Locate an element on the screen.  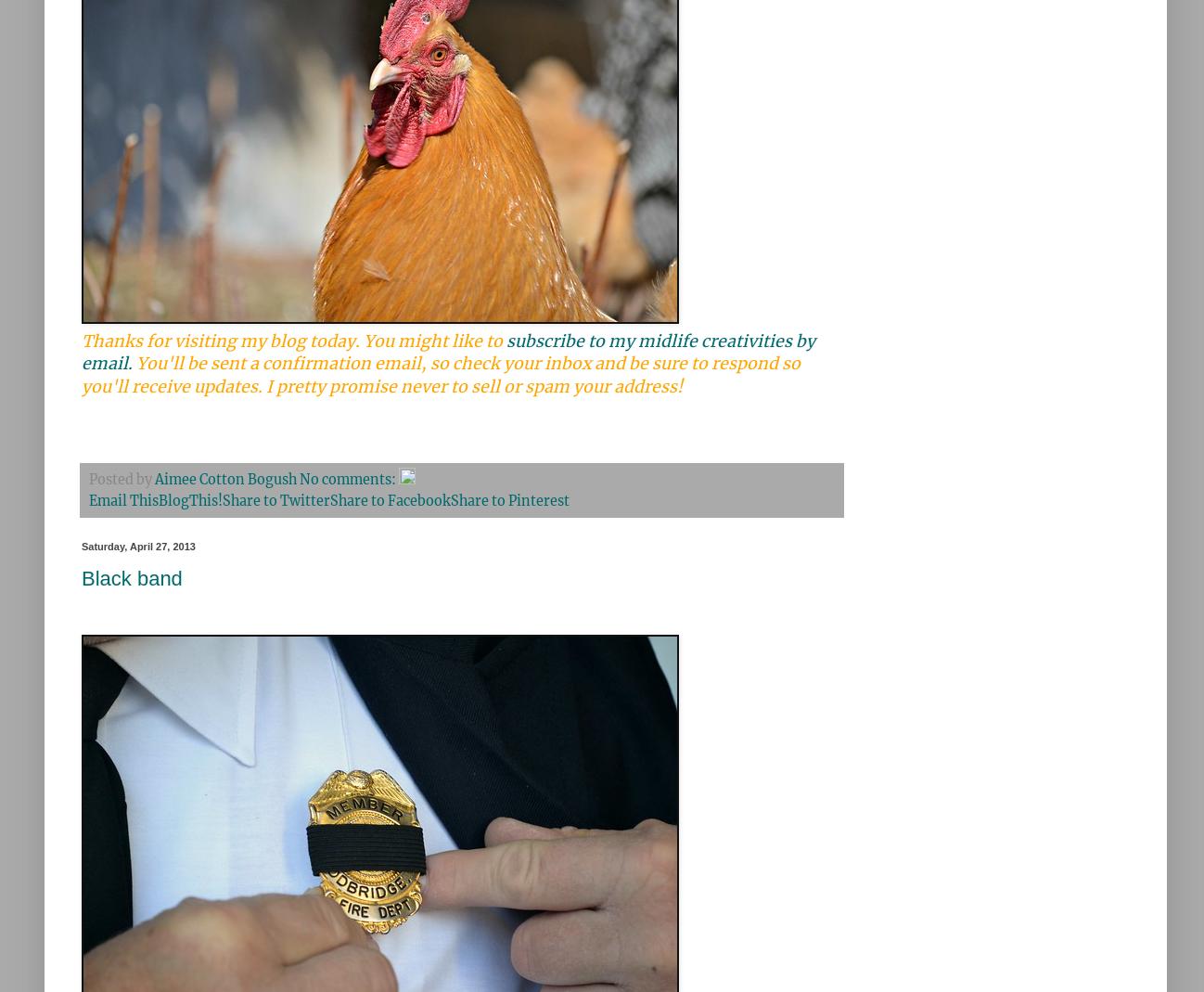
'You'll be sent a confirmation email, so check your inbox and be sure to respond so you'll receive updates.  I pretty promise never to sell or spam your address!' is located at coordinates (441, 375).